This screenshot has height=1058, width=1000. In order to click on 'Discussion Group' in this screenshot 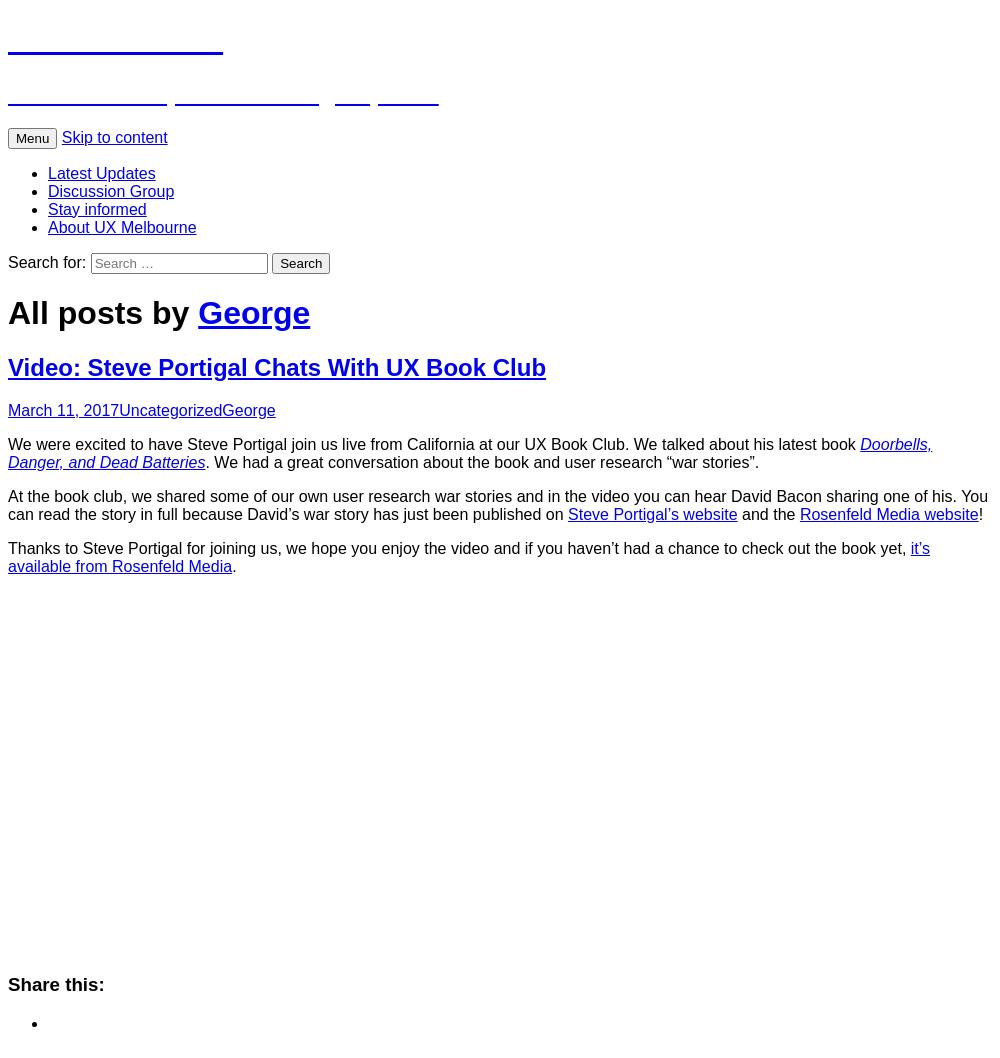, I will do `click(110, 190)`.